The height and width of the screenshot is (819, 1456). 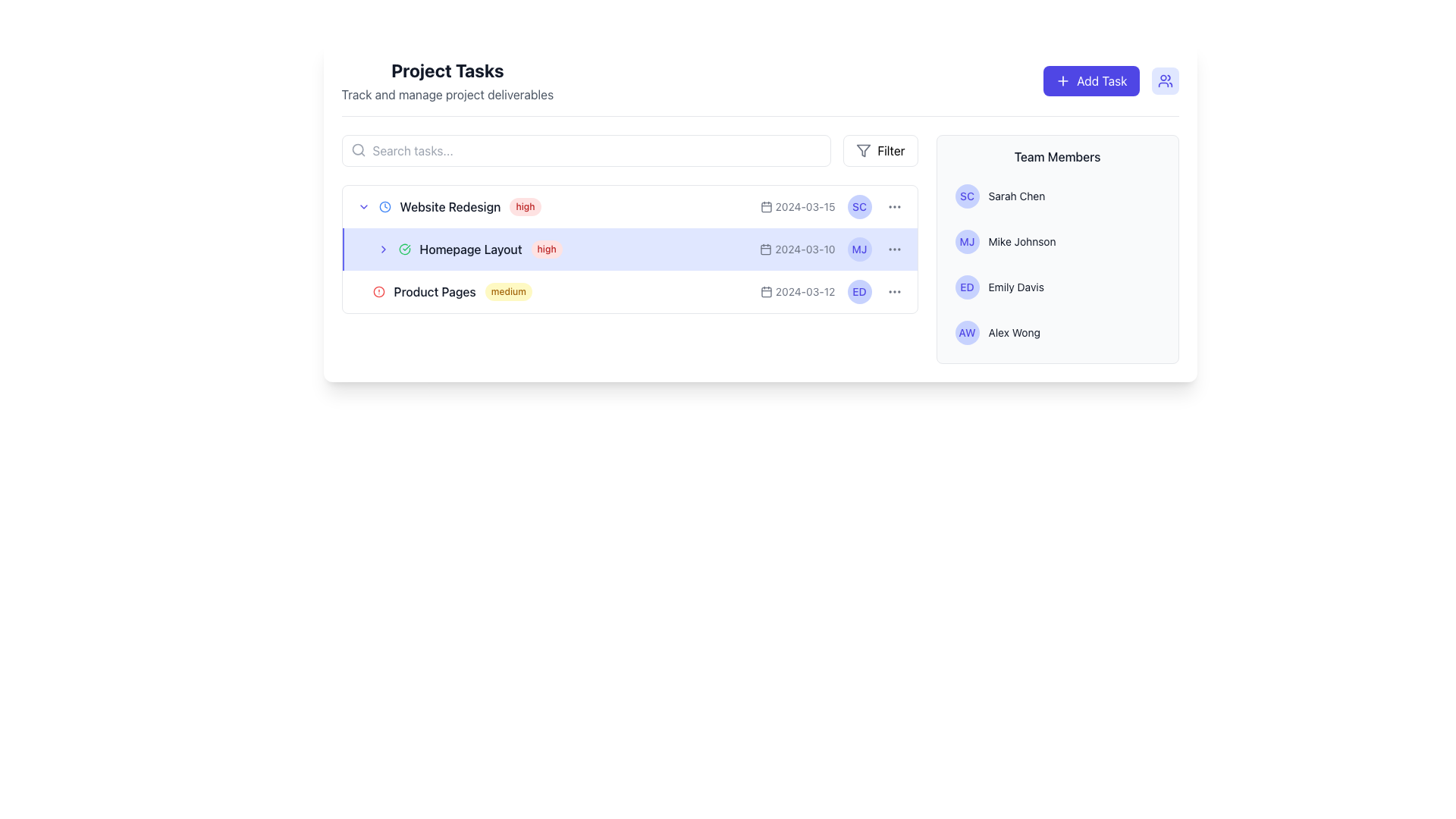 I want to click on text content of the circular badge displaying 'ED', which is the third badge in the team members section on the right panel, following 'SC' and 'MJ', so click(x=859, y=292).